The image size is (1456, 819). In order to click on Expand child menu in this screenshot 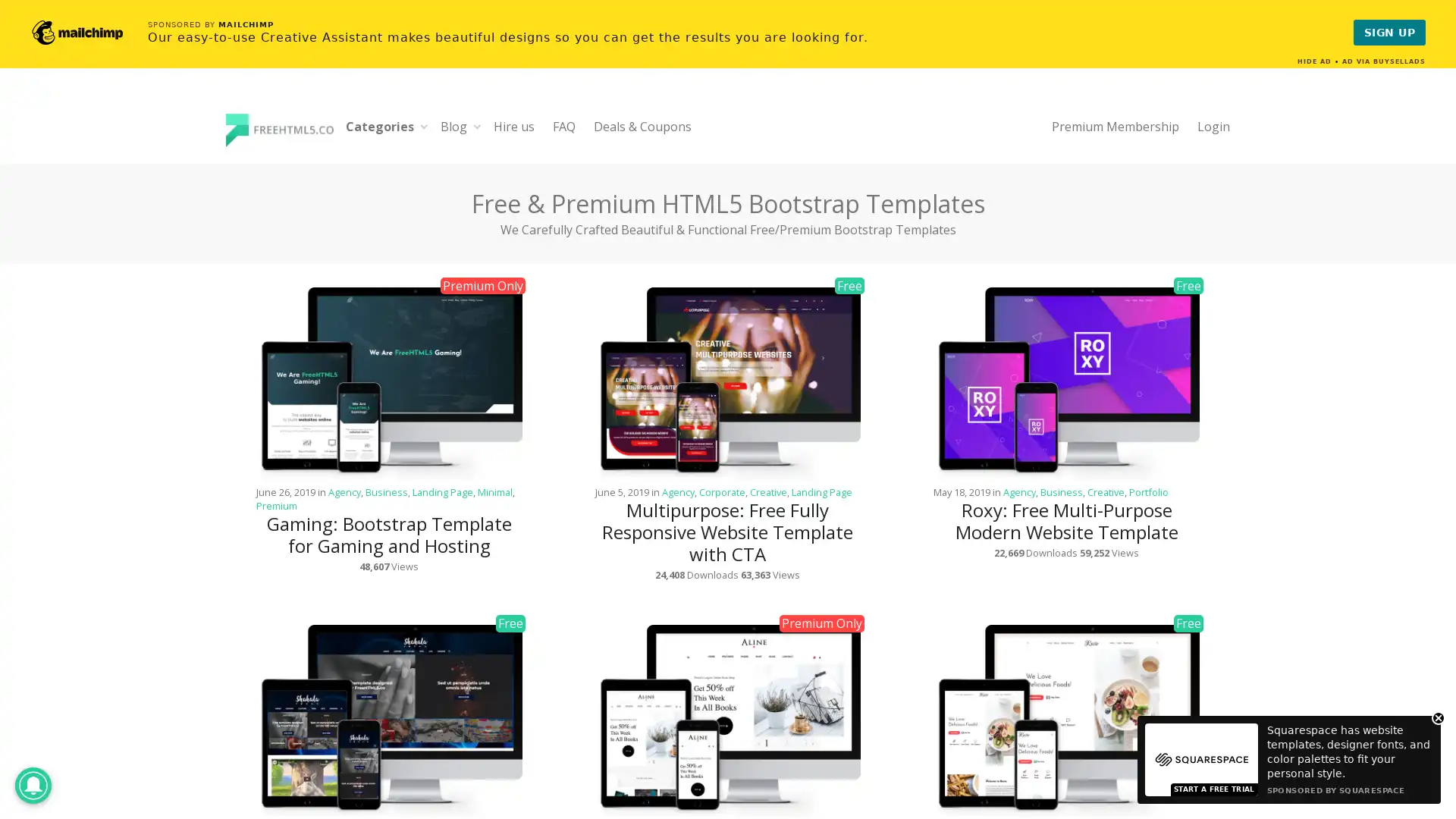, I will do `click(424, 125)`.